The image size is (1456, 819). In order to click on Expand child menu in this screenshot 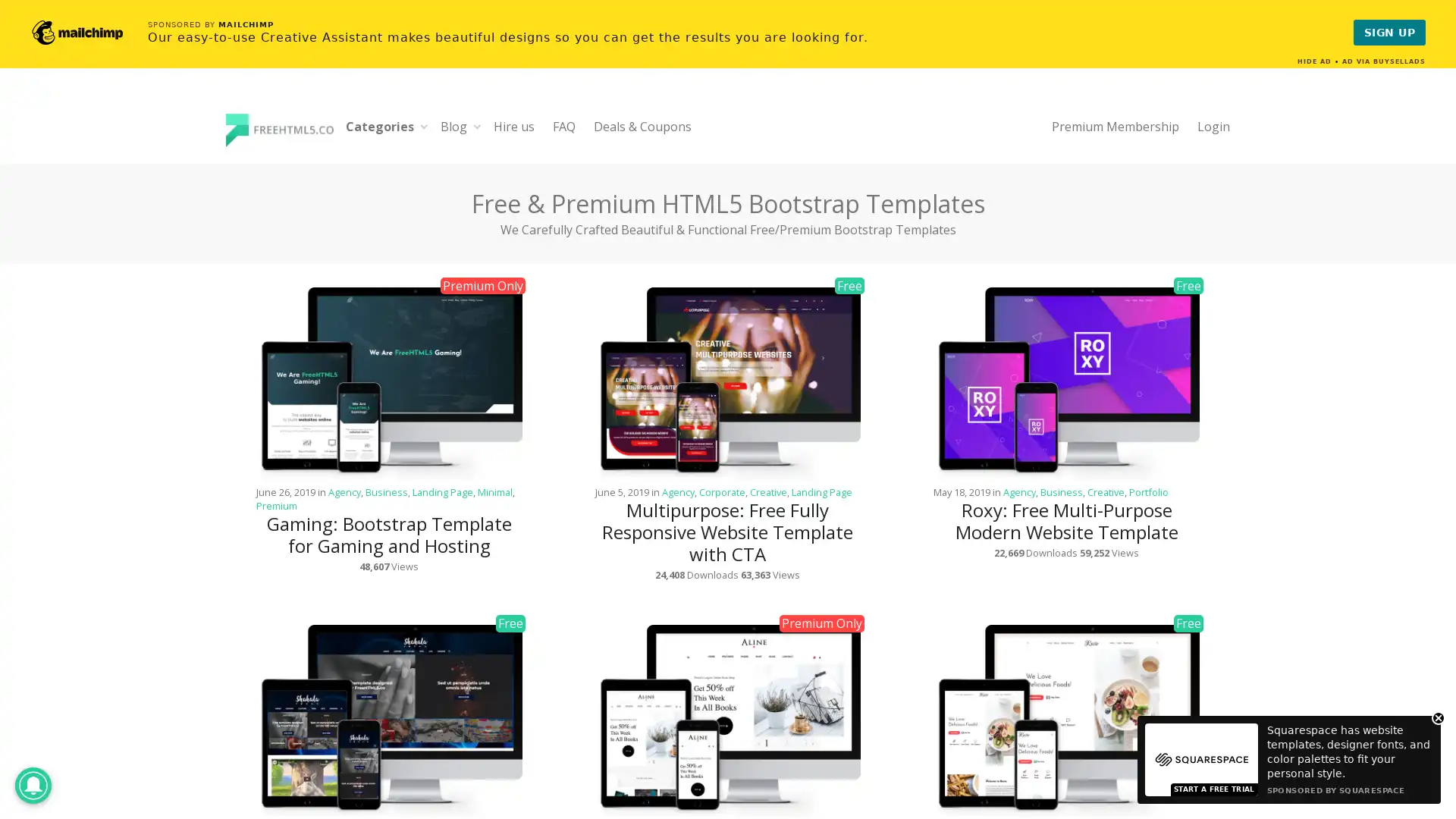, I will do `click(424, 125)`.